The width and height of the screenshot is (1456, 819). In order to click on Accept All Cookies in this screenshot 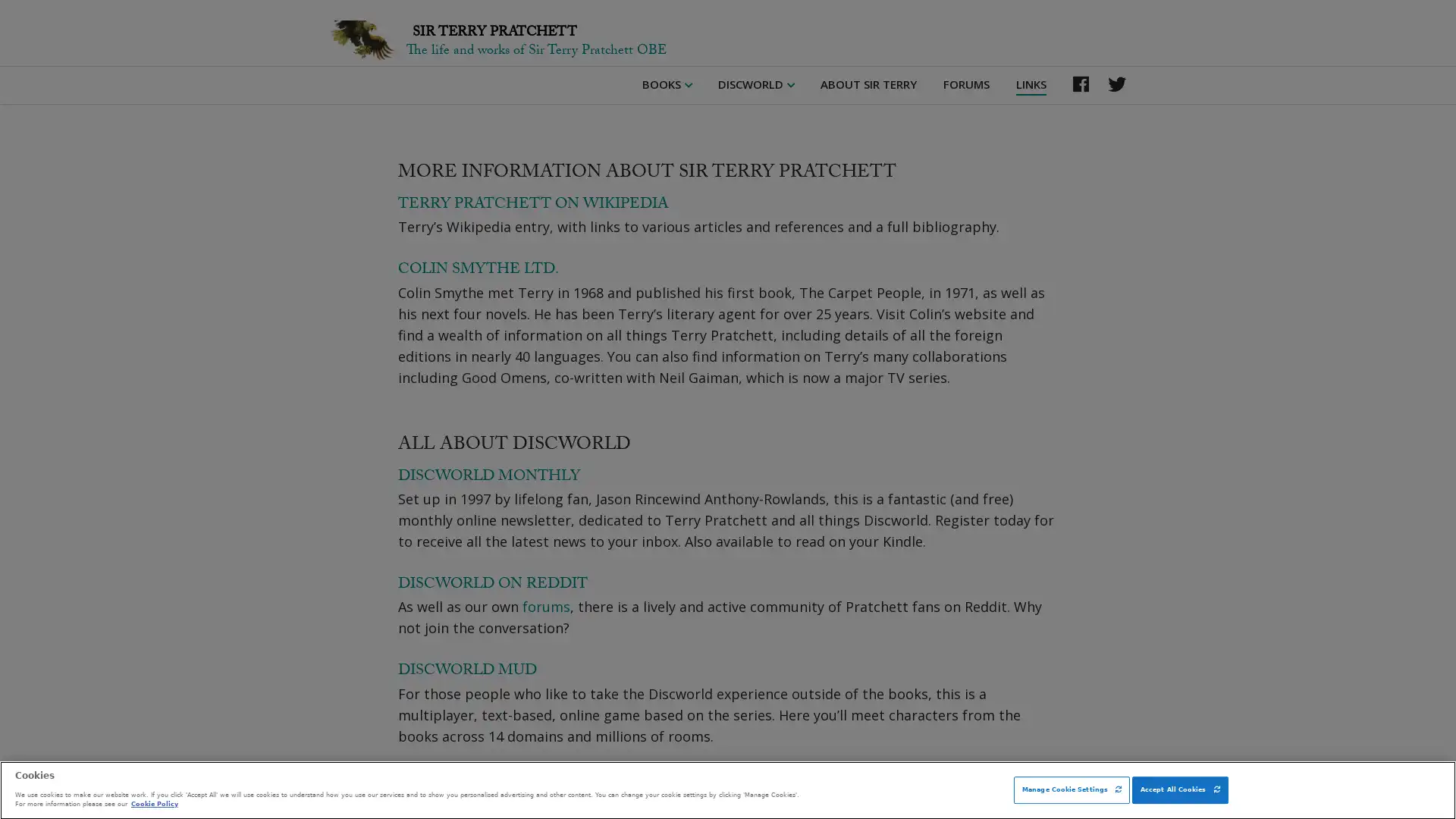, I will do `click(1178, 789)`.